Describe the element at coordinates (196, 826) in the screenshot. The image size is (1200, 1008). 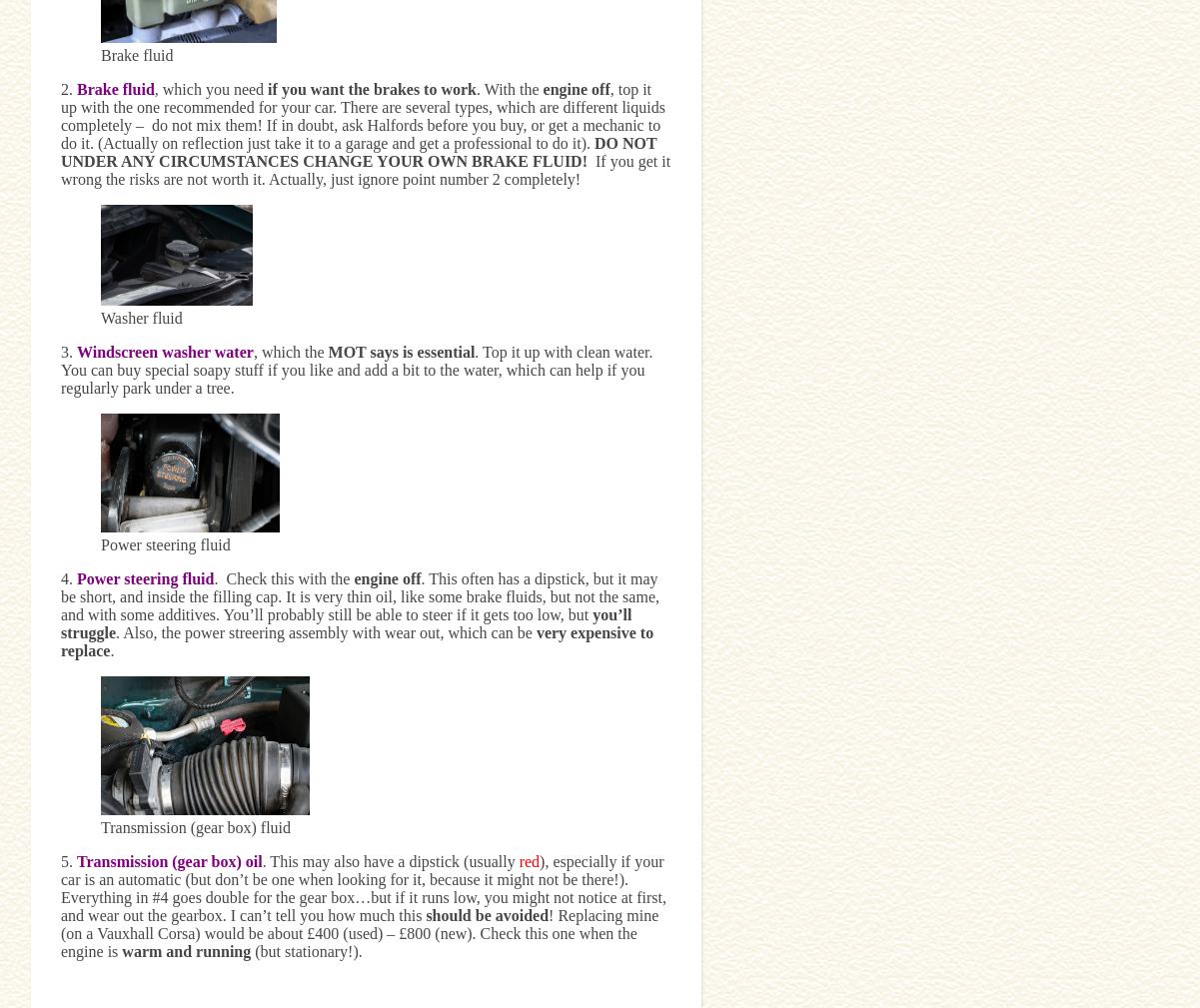
I see `'Transmission (gear box) fluid'` at that location.